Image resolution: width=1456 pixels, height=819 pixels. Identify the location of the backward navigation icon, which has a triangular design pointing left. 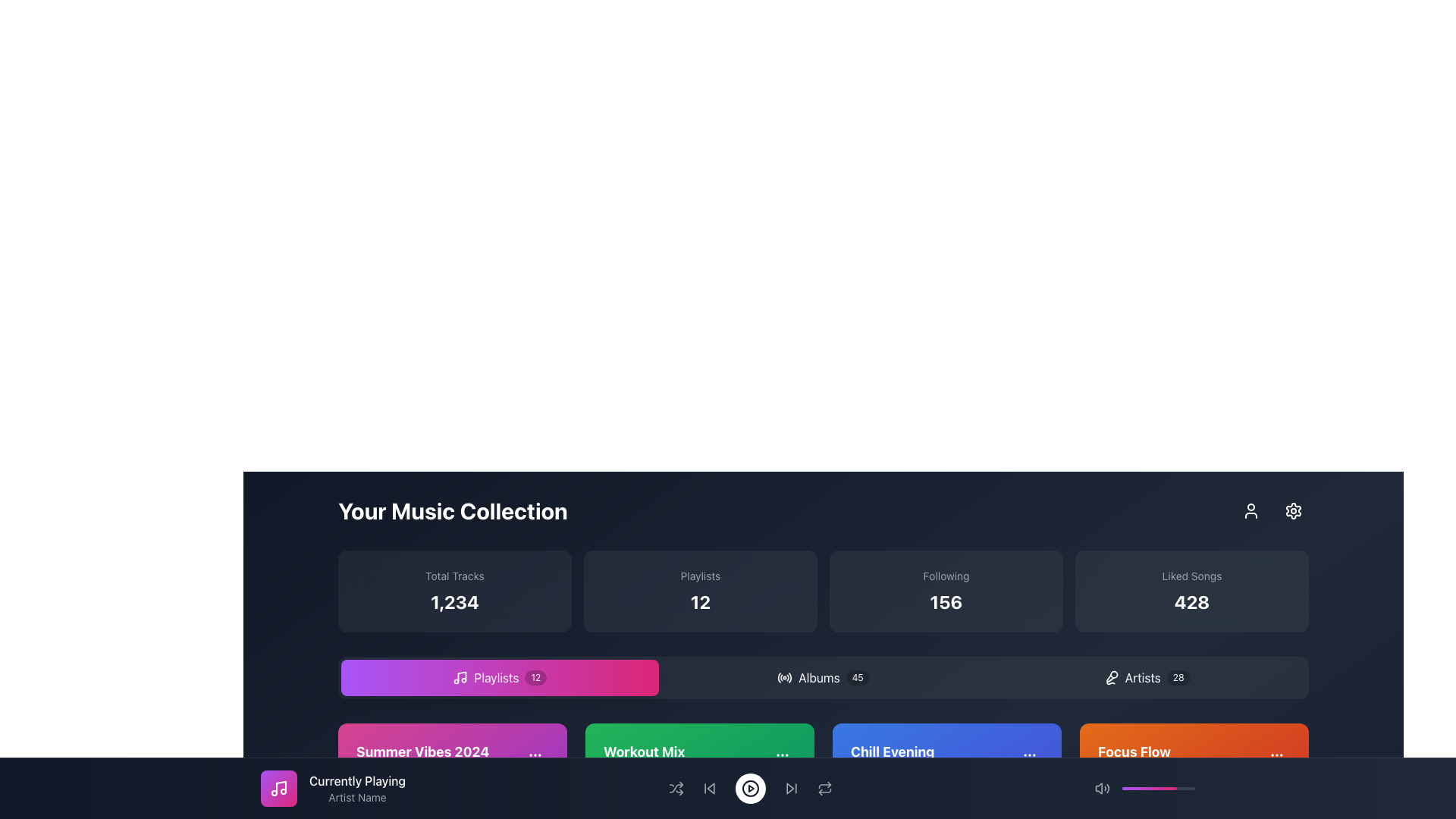
(710, 788).